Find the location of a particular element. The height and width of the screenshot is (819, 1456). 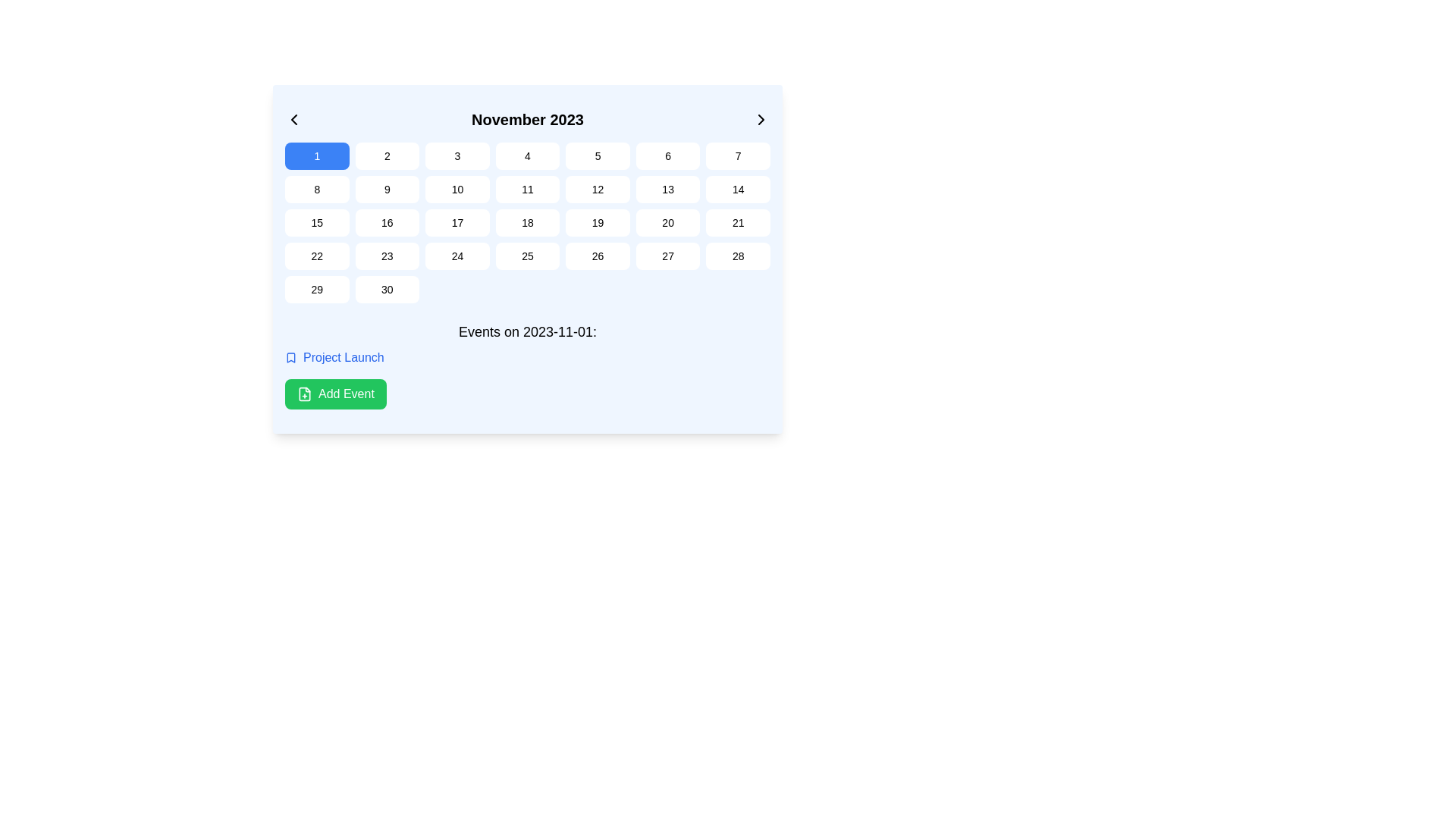

the Text Label that indicates the date for which events are listed, located directly beneath the calendar grid is located at coordinates (528, 331).